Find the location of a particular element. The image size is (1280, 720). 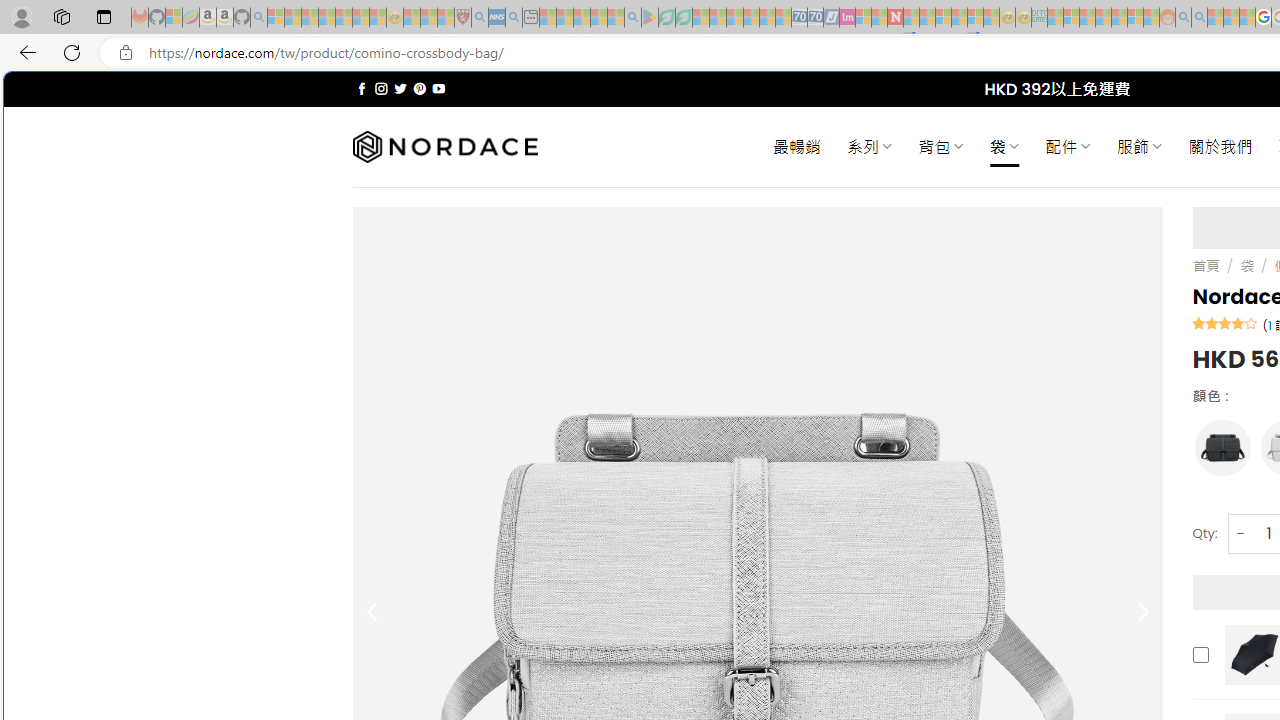

'Utah sues federal government - Search - Sleeping' is located at coordinates (1199, 17).